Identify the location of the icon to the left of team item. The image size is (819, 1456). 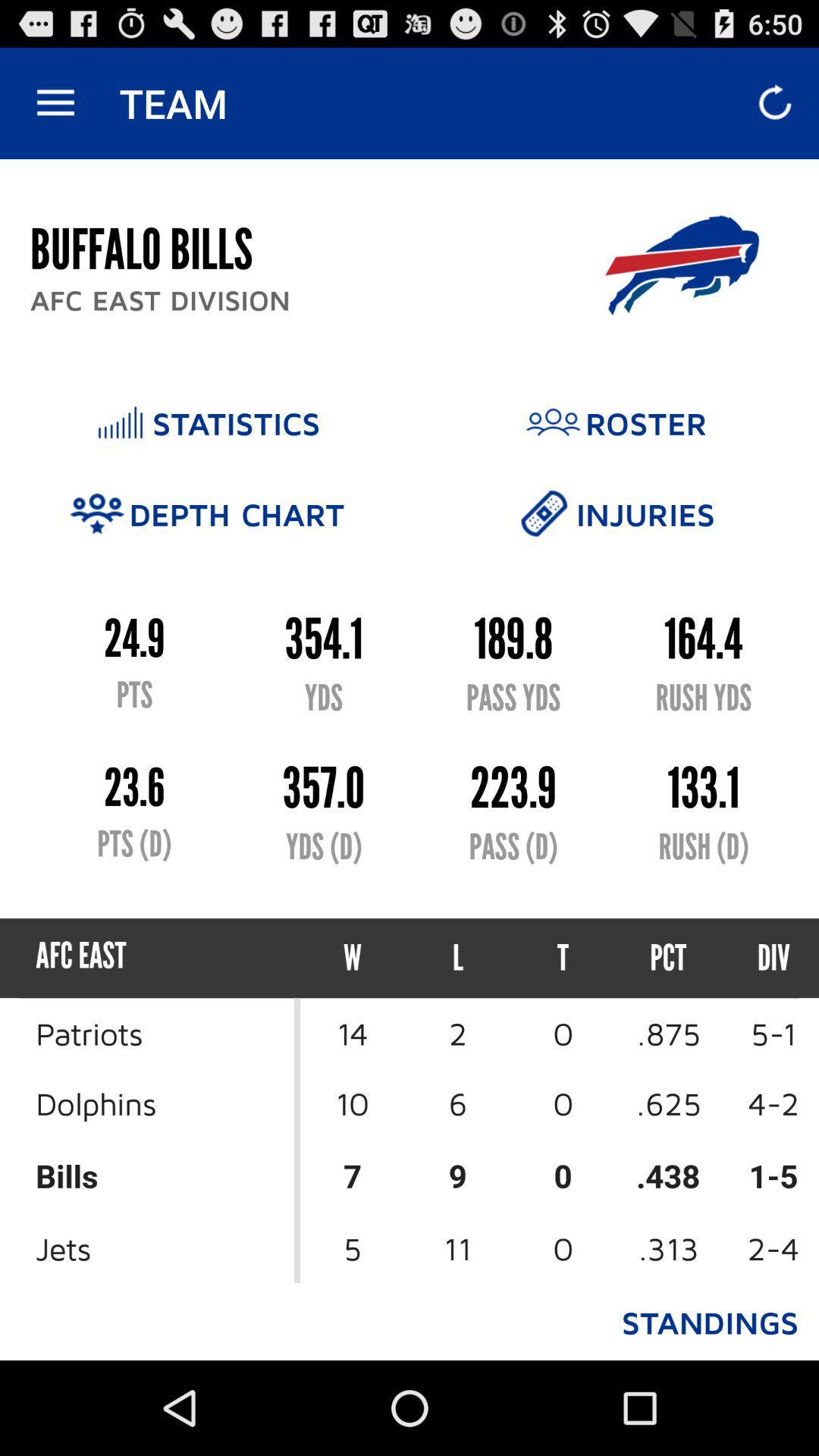
(55, 102).